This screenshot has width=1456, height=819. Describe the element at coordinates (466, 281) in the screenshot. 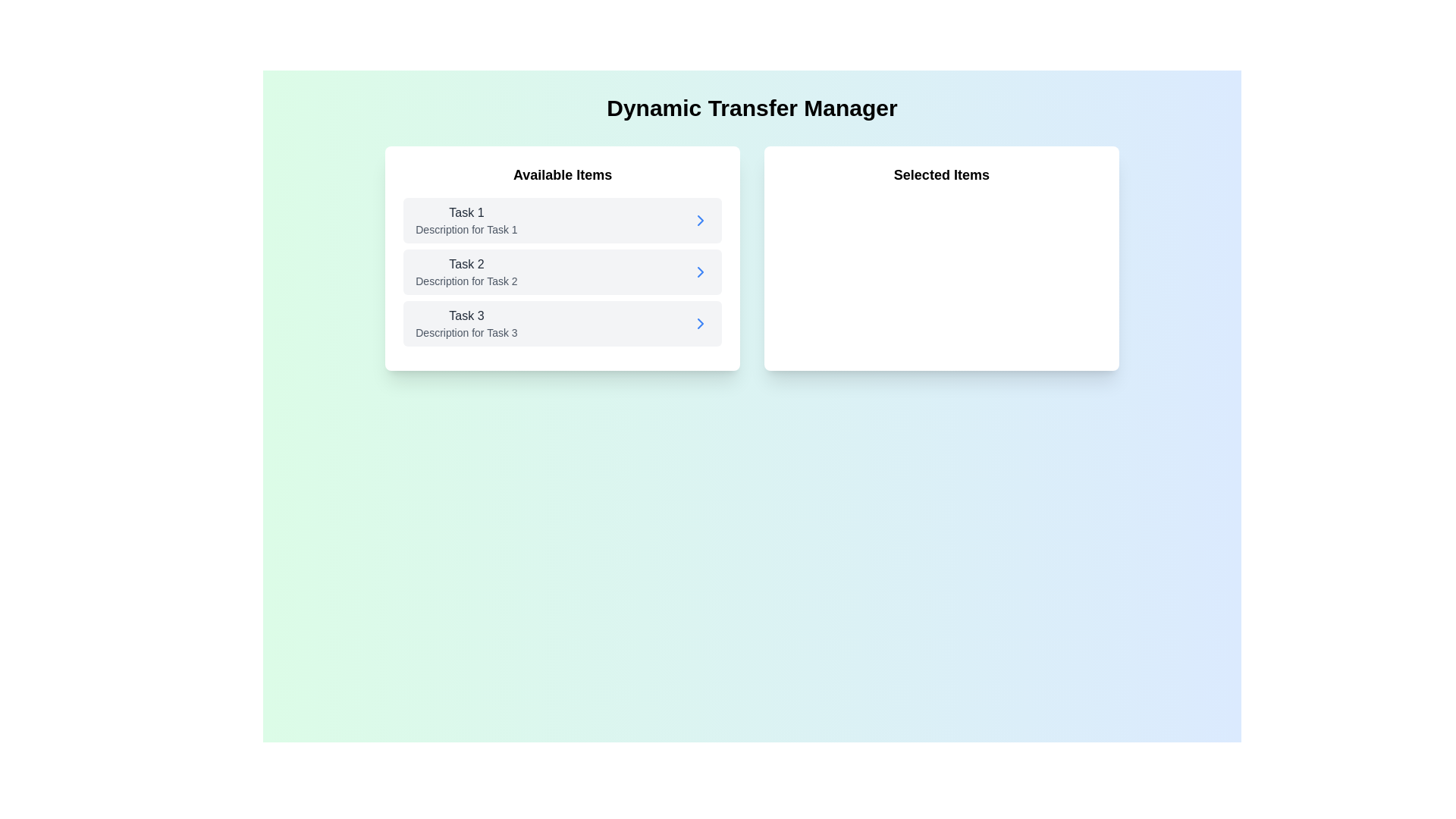

I see `the text label displaying 'Description for Task 2', which is styled with a smaller font size and gray color, located in the lower portion of the box under the title 'Task 2' in the 'Available Items' panel` at that location.